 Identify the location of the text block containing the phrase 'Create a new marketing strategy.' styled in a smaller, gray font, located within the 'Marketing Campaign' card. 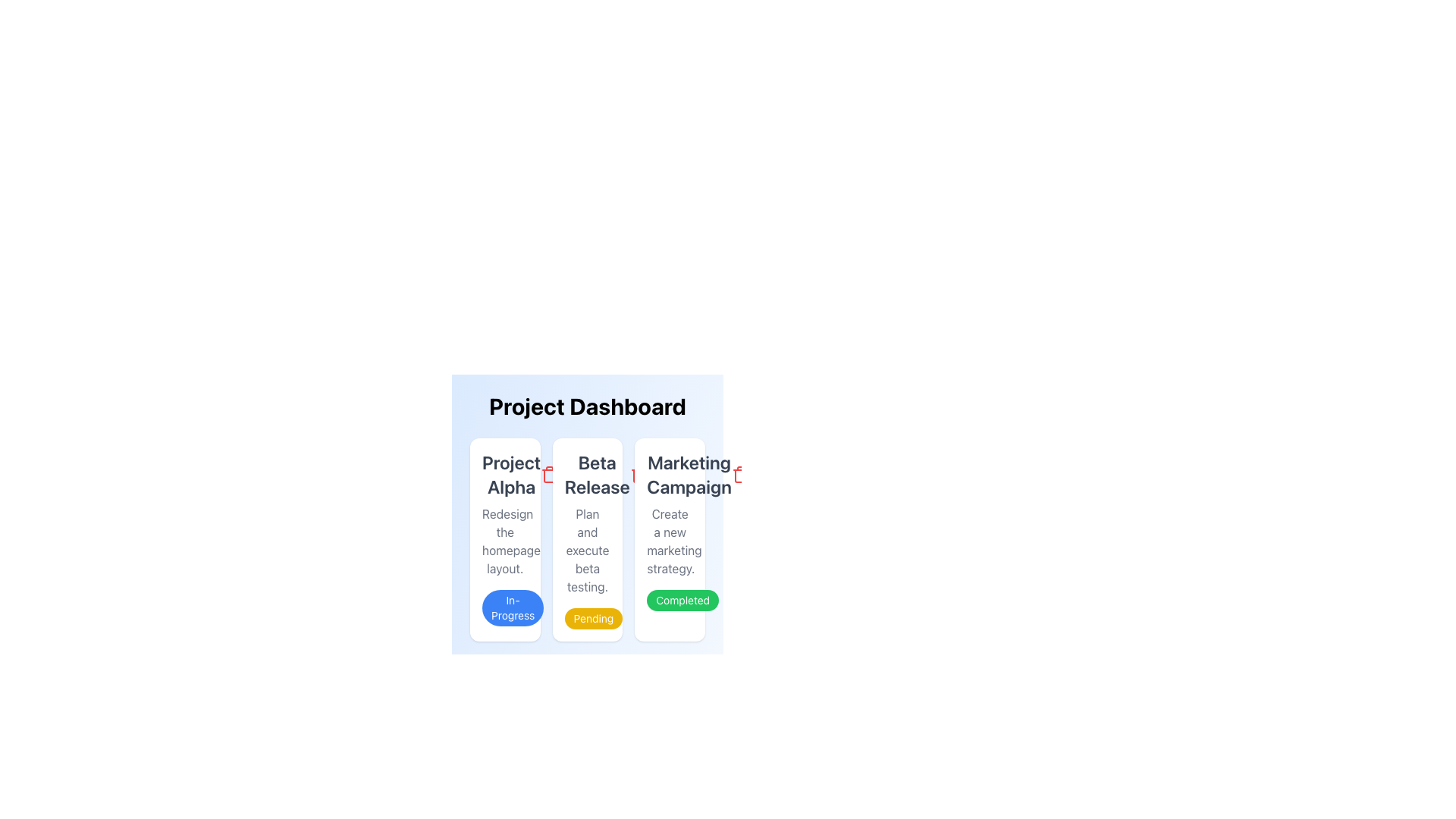
(669, 540).